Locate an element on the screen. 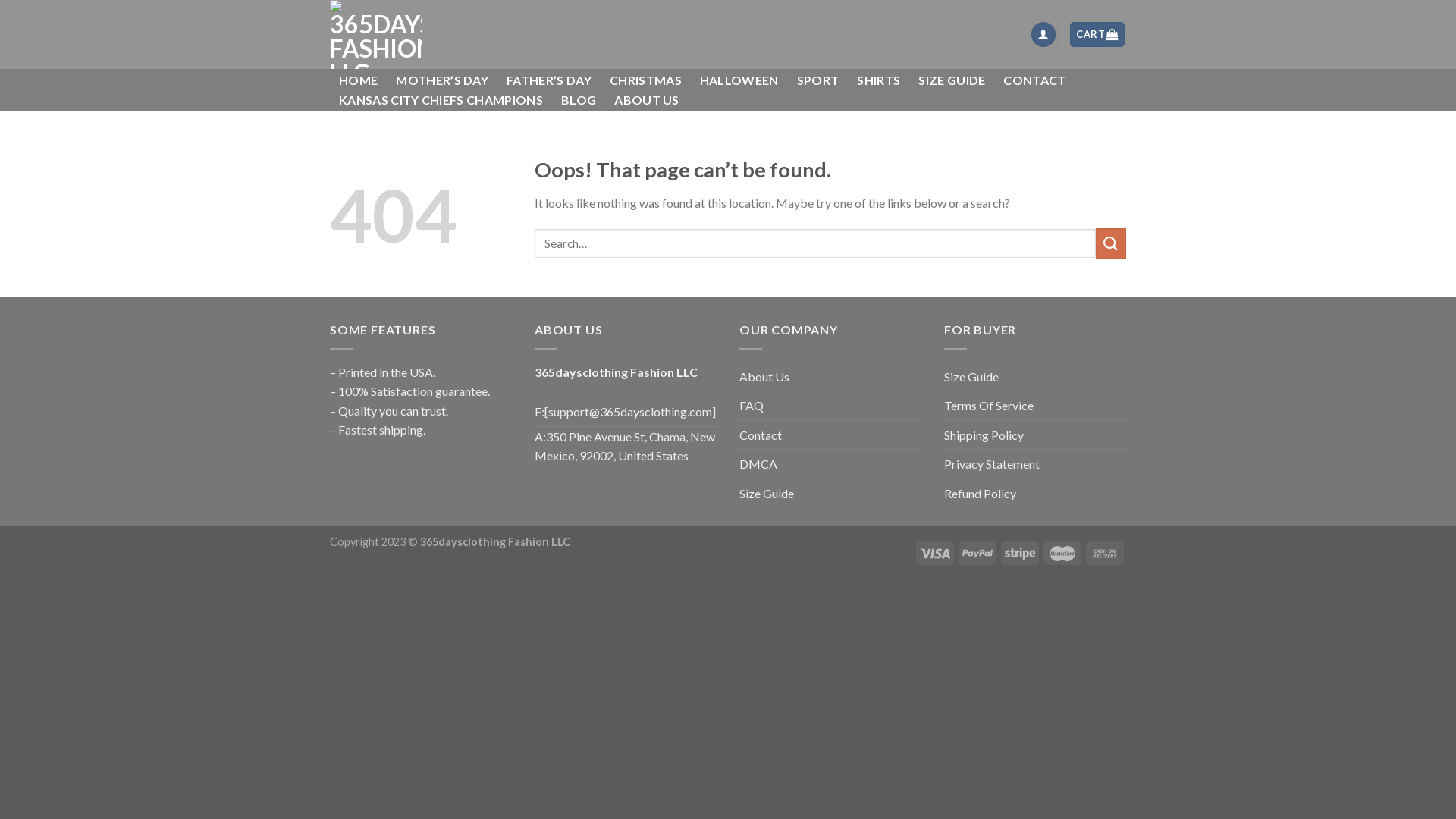  'ABOUT US' is located at coordinates (647, 99).